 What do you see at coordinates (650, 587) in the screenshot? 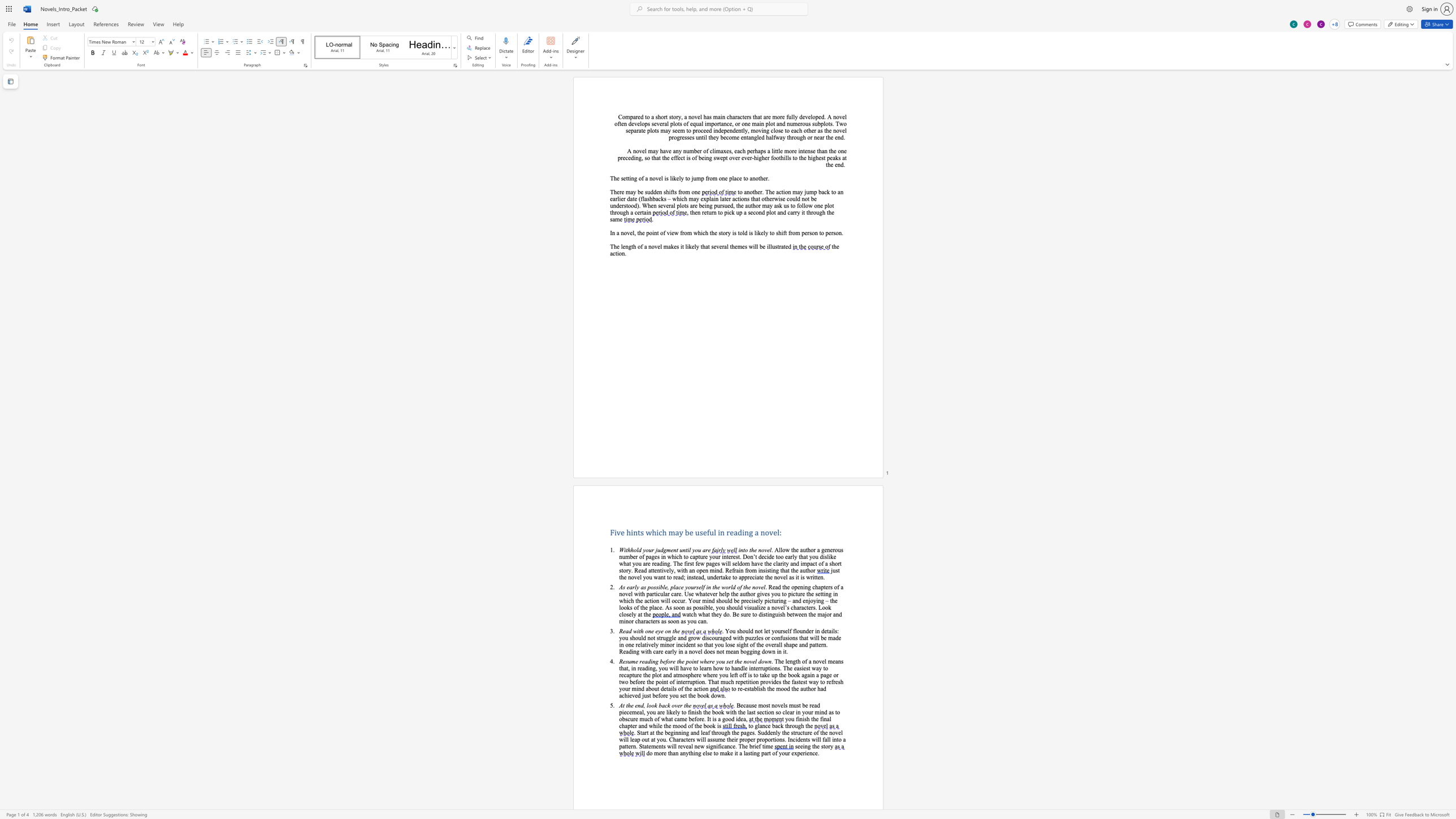
I see `the space between the continuous character "p" and "o" in the text` at bounding box center [650, 587].